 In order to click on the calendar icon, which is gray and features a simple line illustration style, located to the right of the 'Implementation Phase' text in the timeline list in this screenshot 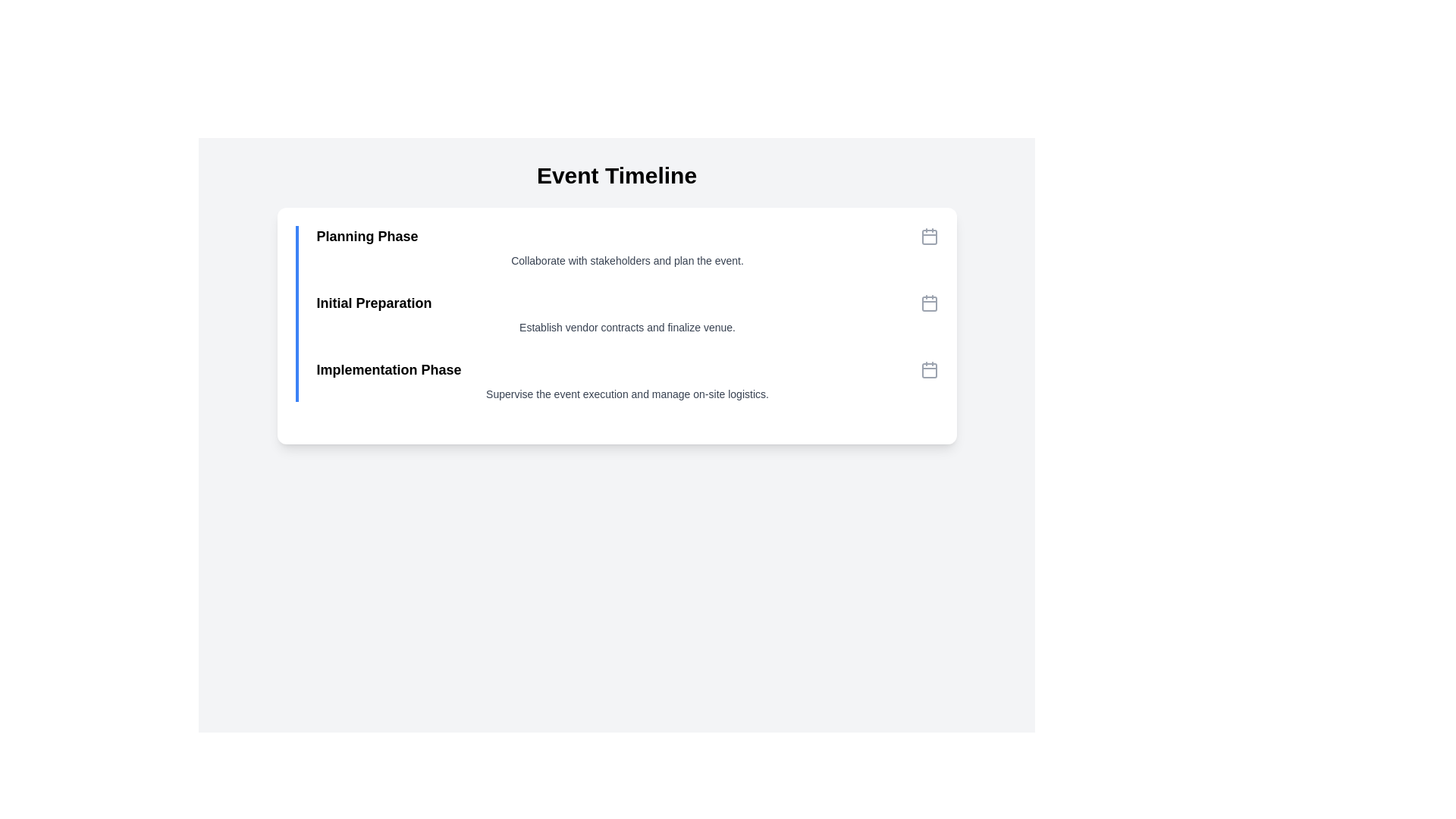, I will do `click(928, 370)`.